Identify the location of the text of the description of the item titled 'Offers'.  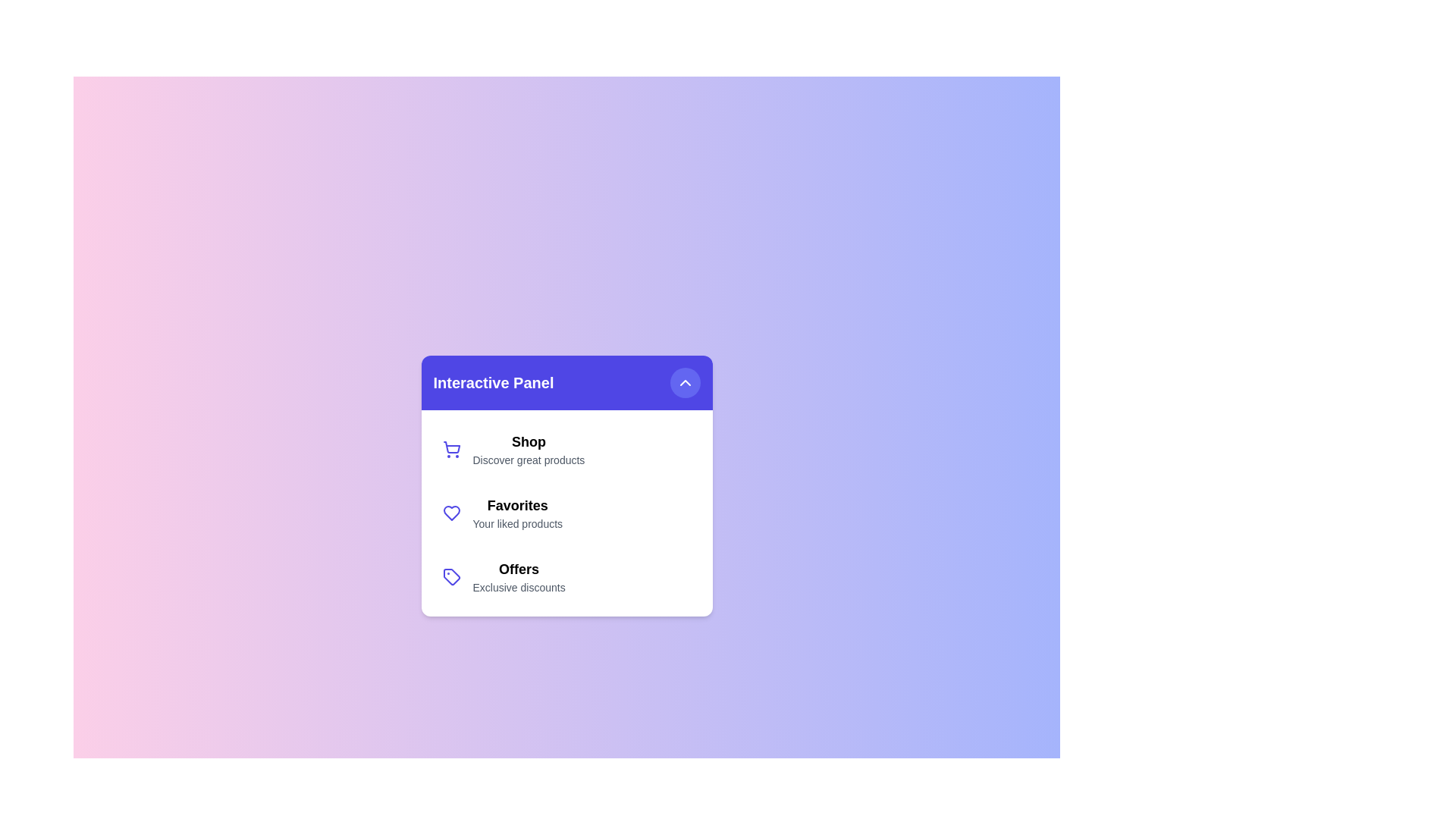
(519, 587).